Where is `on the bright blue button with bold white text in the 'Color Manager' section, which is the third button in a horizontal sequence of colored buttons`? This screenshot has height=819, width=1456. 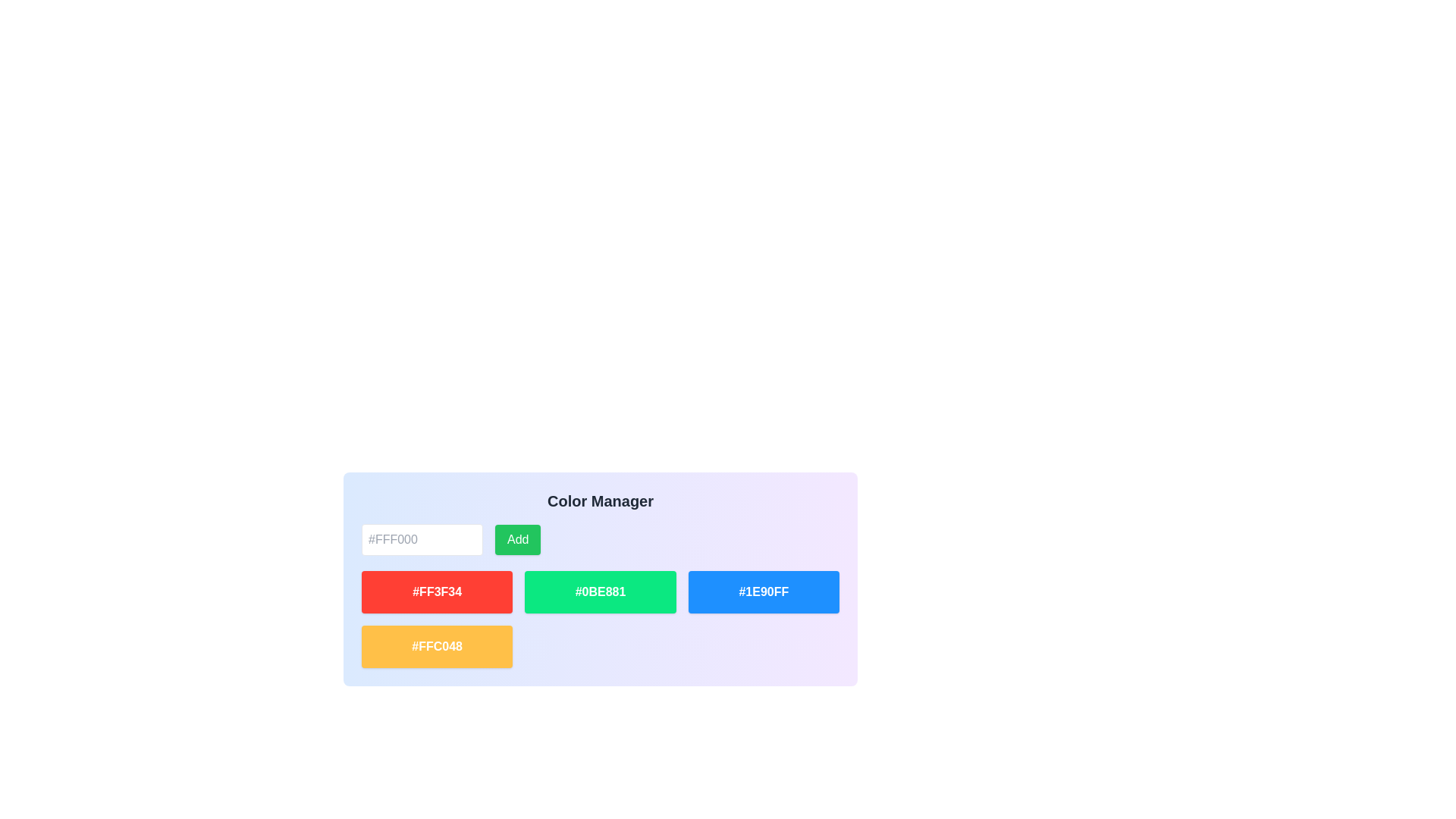 on the bright blue button with bold white text in the 'Color Manager' section, which is the third button in a horizontal sequence of colored buttons is located at coordinates (764, 591).